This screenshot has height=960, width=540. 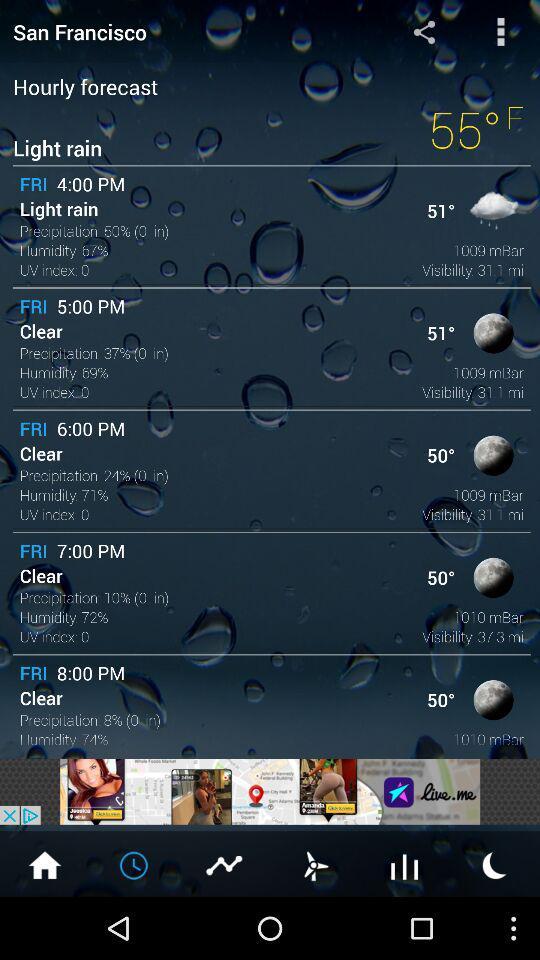 I want to click on the item above hourly forecast app, so click(x=179, y=30).